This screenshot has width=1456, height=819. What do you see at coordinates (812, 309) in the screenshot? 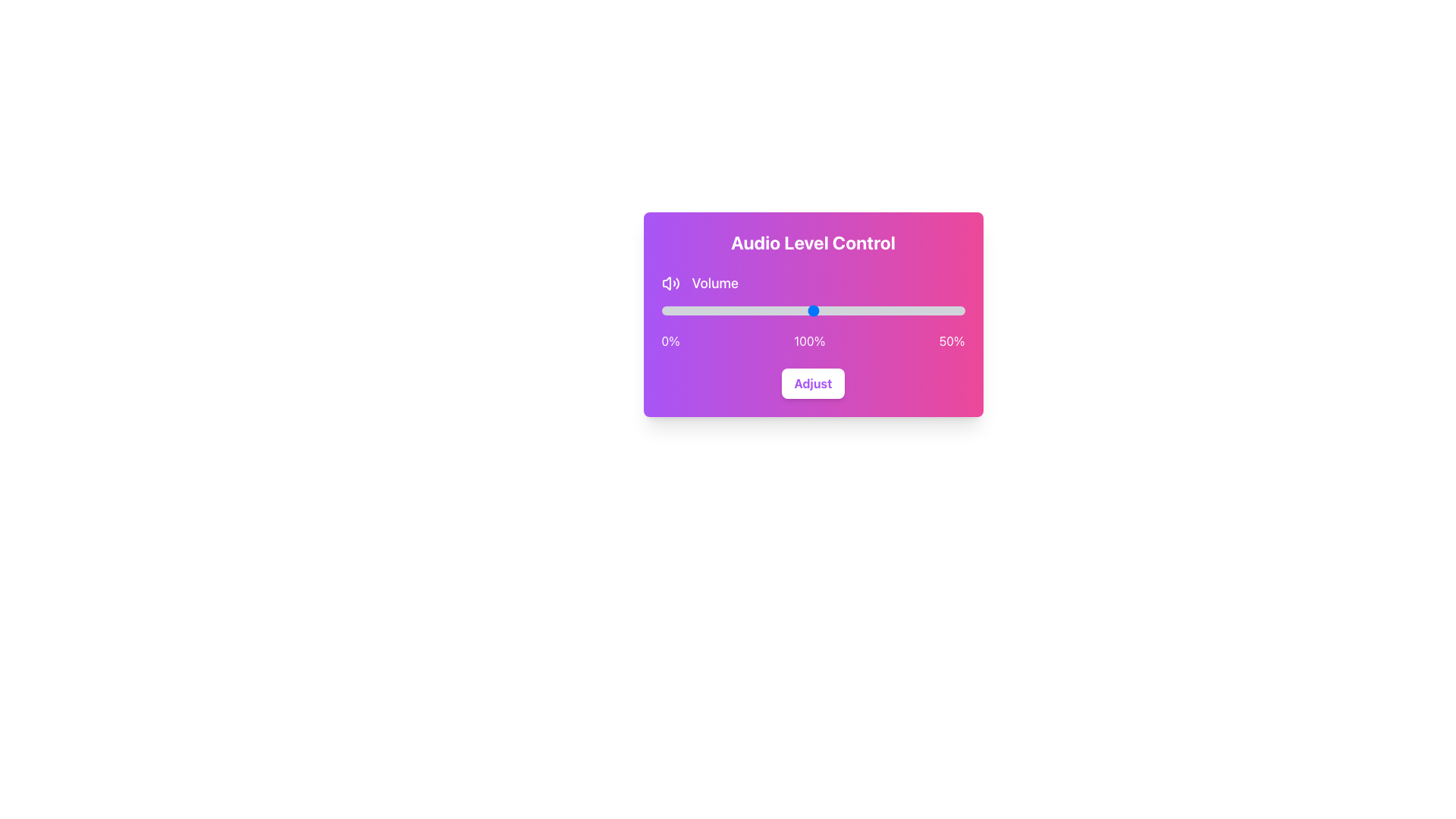
I see `the knob of the horizontal slider, which represents a value of 50%` at bounding box center [812, 309].